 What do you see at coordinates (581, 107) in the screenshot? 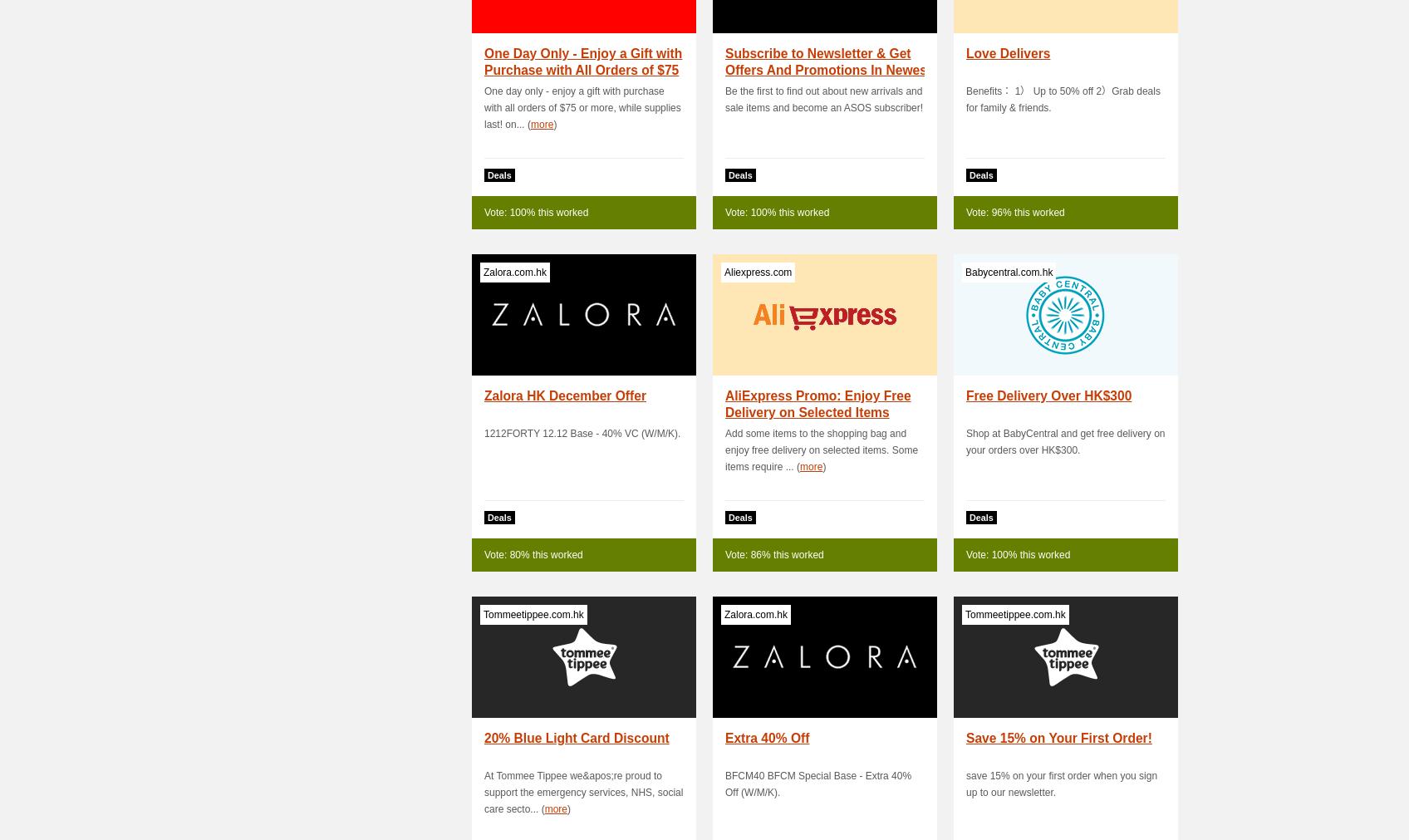
I see `'One day only - enjoy a gift with purchase with all orders of $75 or more, while supplies last! on... ('` at bounding box center [581, 107].